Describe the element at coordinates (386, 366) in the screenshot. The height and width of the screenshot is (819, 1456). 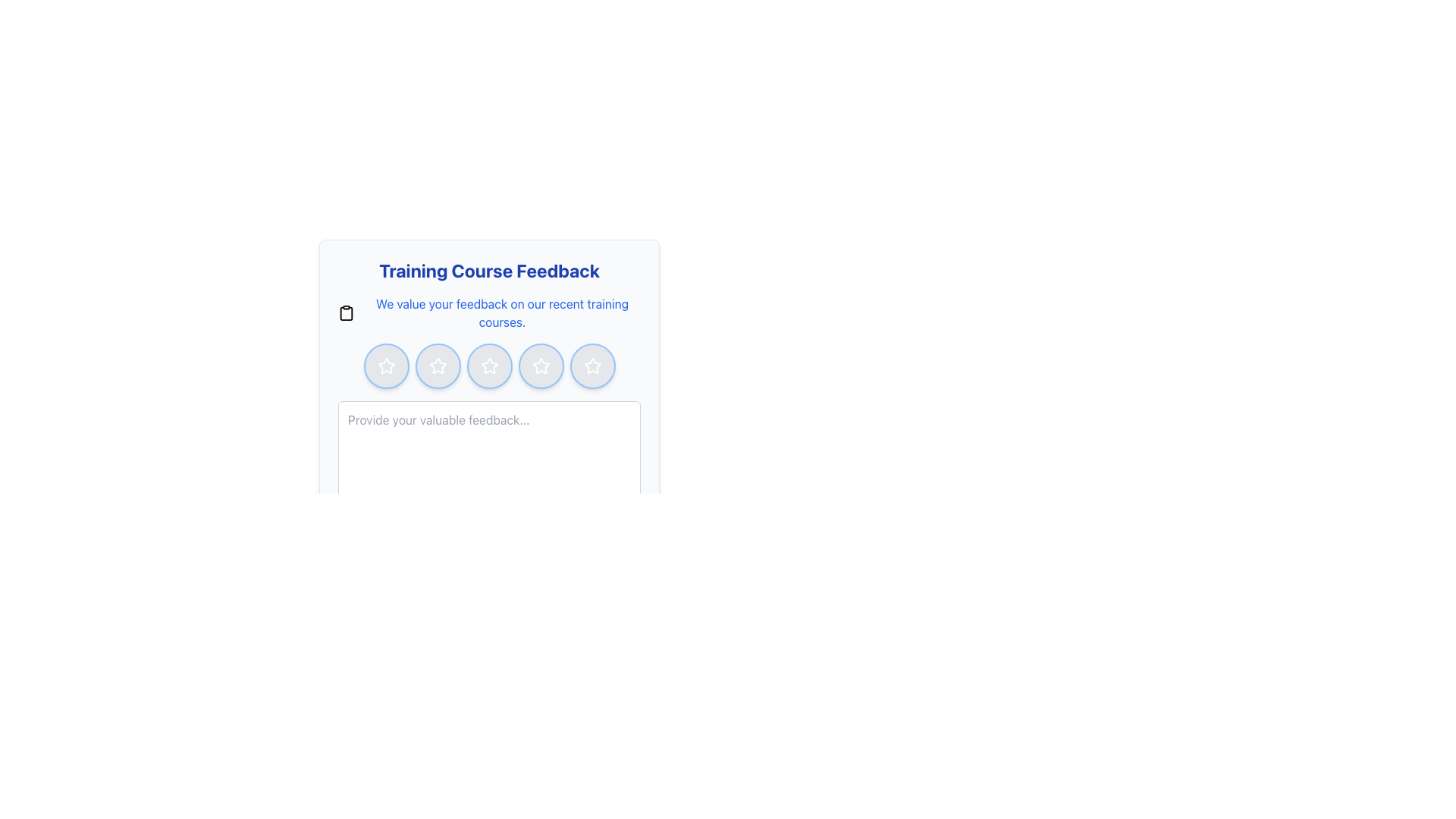
I see `the 1-star rating button in the feedback rating system` at that location.